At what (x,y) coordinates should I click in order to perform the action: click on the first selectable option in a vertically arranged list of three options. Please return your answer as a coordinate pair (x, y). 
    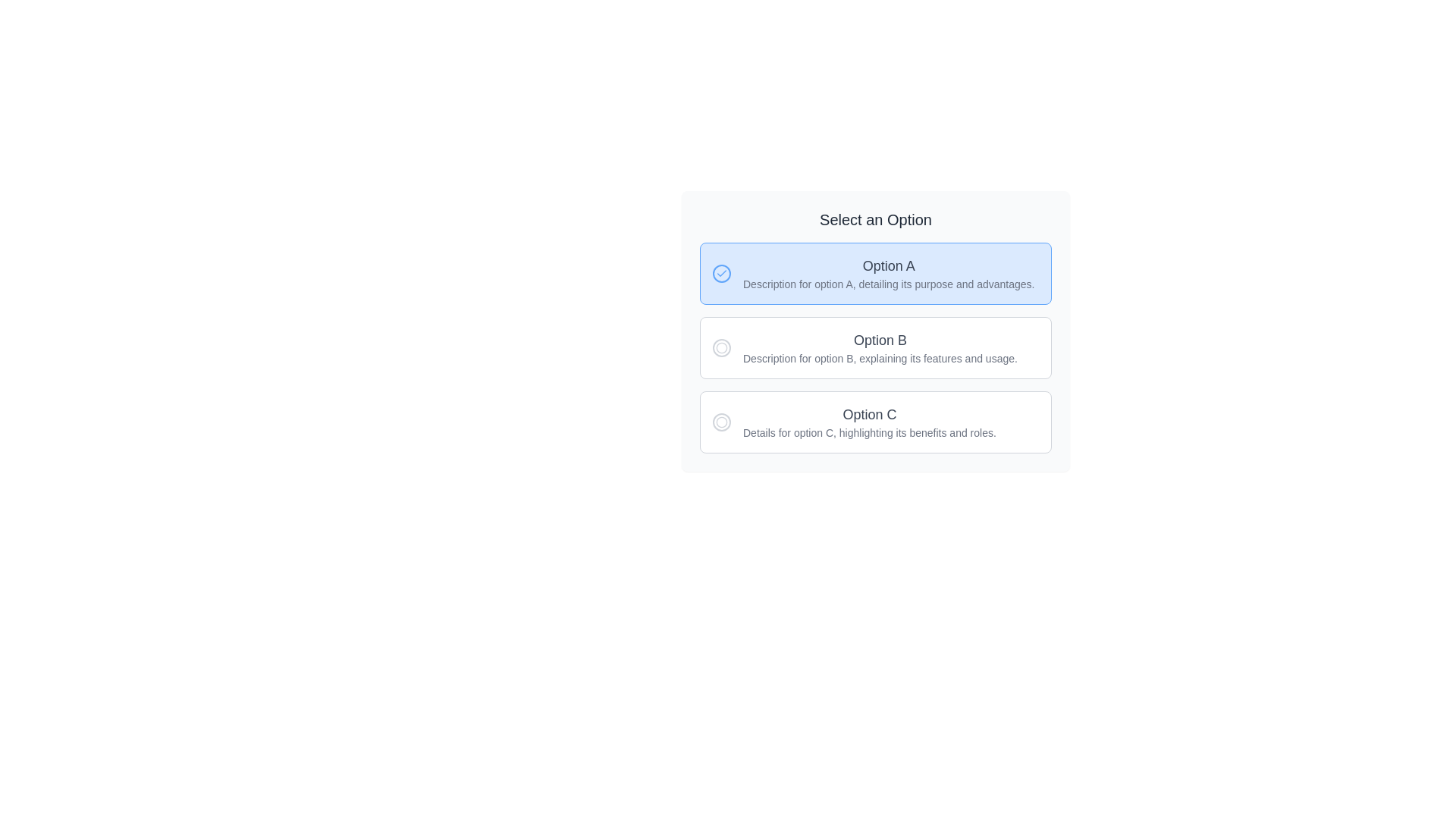
    Looking at the image, I should click on (876, 274).